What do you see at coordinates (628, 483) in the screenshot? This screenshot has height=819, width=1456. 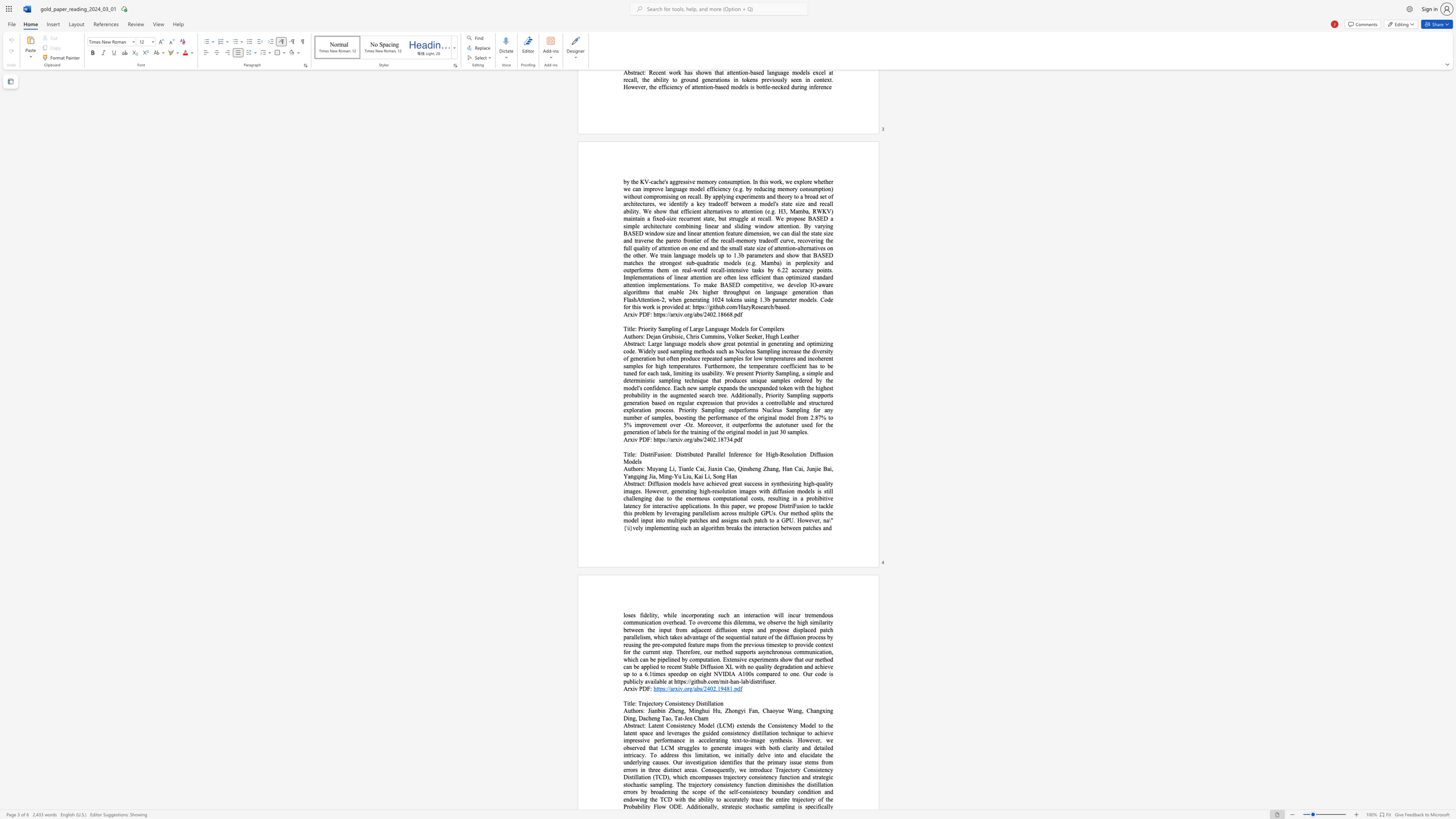 I see `the subset text "bstract:" within the text "Abstract:"` at bounding box center [628, 483].